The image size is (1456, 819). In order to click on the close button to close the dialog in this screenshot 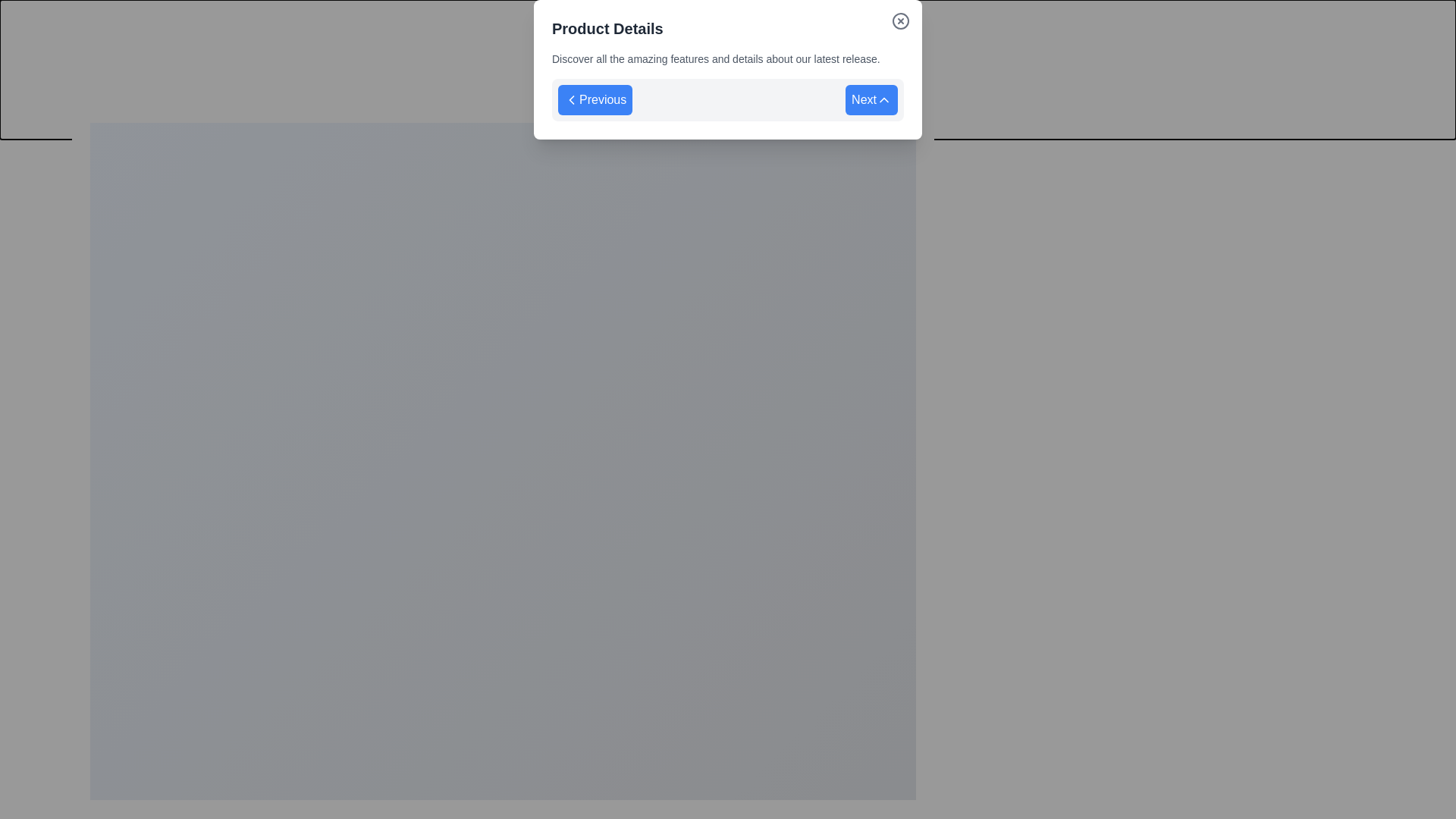, I will do `click(934, 104)`.